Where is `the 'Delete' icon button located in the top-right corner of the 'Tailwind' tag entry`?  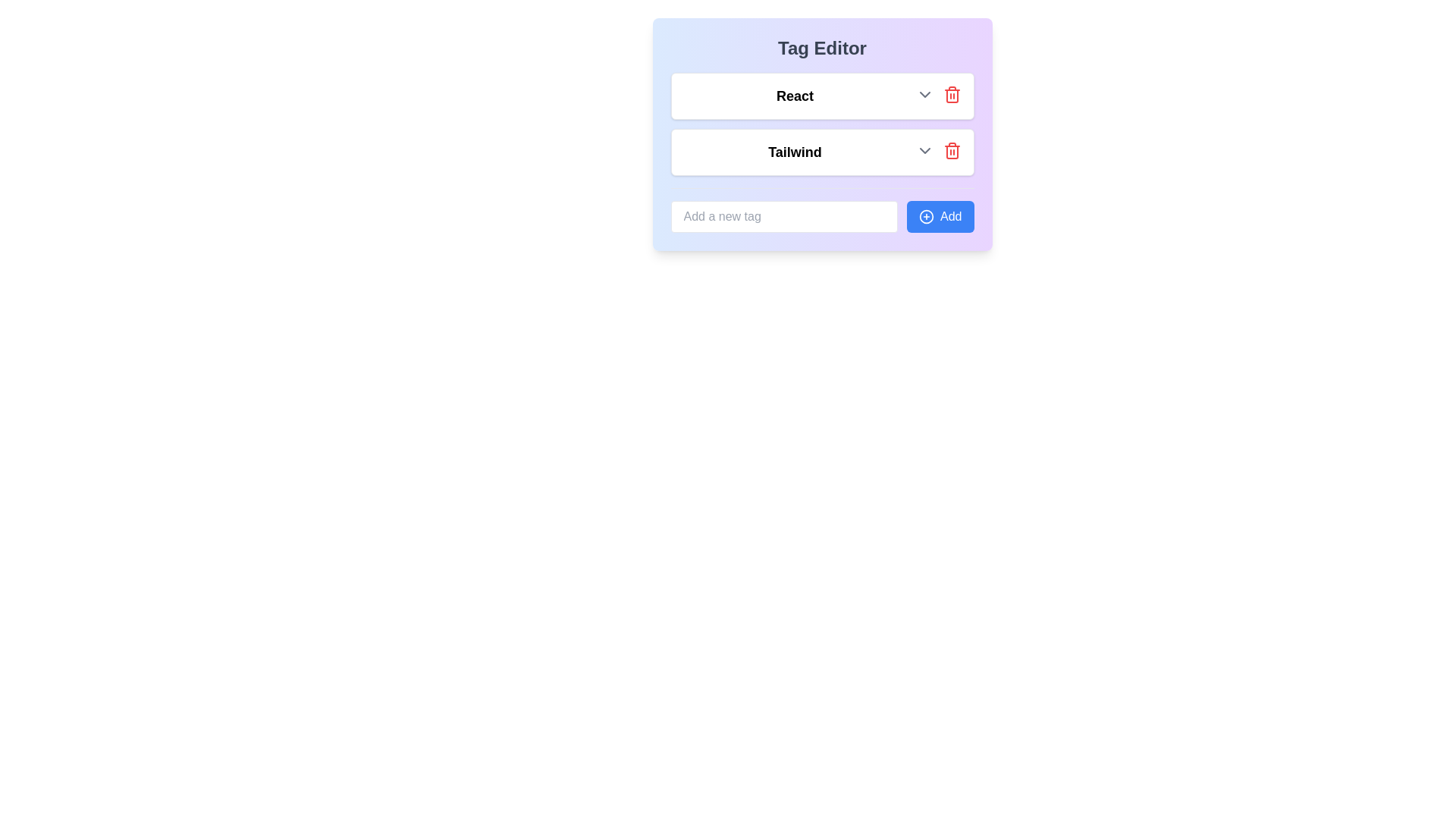
the 'Delete' icon button located in the top-right corner of the 'Tailwind' tag entry is located at coordinates (951, 152).